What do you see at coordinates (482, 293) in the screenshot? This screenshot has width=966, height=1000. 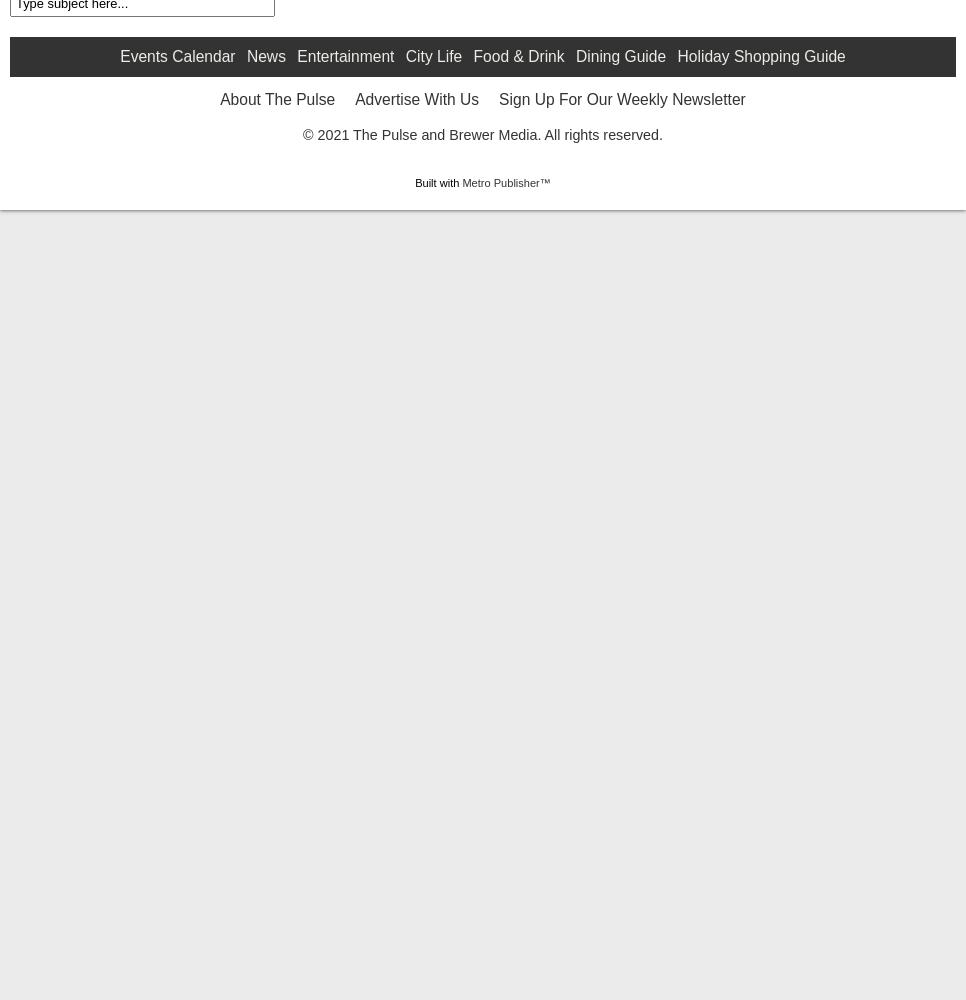 I see `'© 2021 The Pulse and Brewer Media. All rights reserved.'` at bounding box center [482, 293].